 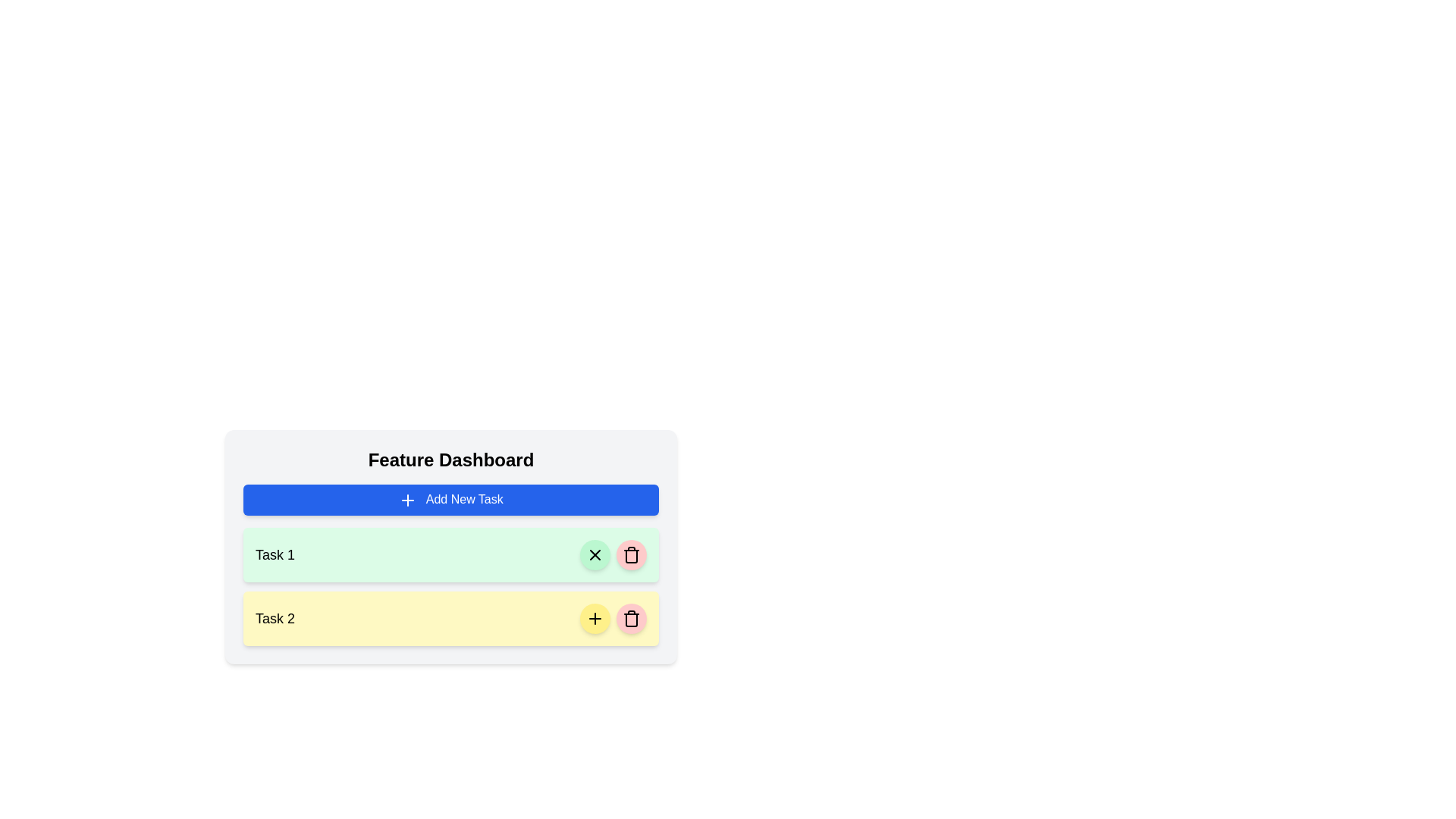 I want to click on the circular pink button with a trash icon located on the right side of the horizontal layout for Task 1 in the dashboard section, so click(x=632, y=554).